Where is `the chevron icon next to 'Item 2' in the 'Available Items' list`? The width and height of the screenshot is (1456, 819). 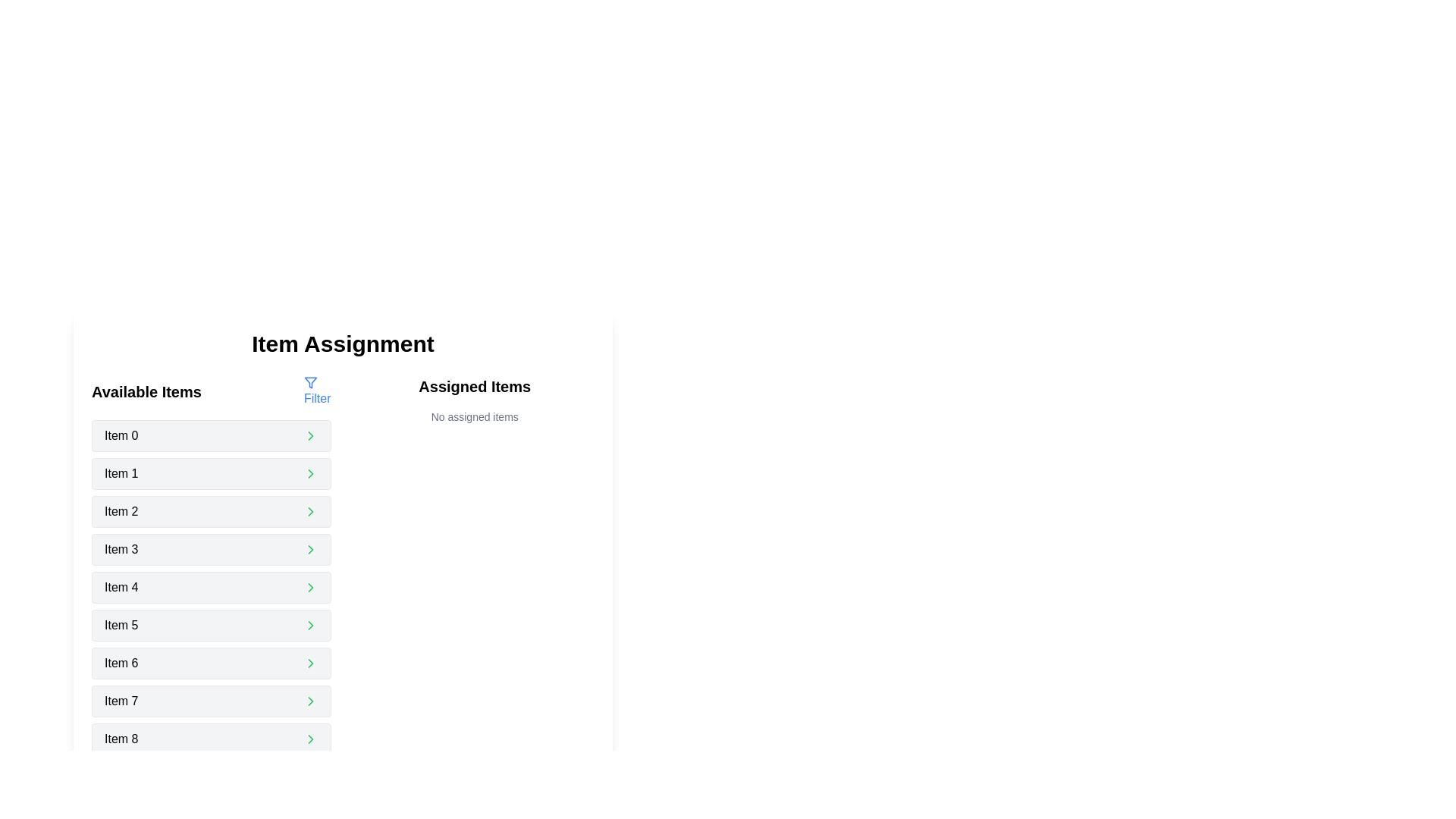
the chevron icon next to 'Item 2' in the 'Available Items' list is located at coordinates (309, 512).